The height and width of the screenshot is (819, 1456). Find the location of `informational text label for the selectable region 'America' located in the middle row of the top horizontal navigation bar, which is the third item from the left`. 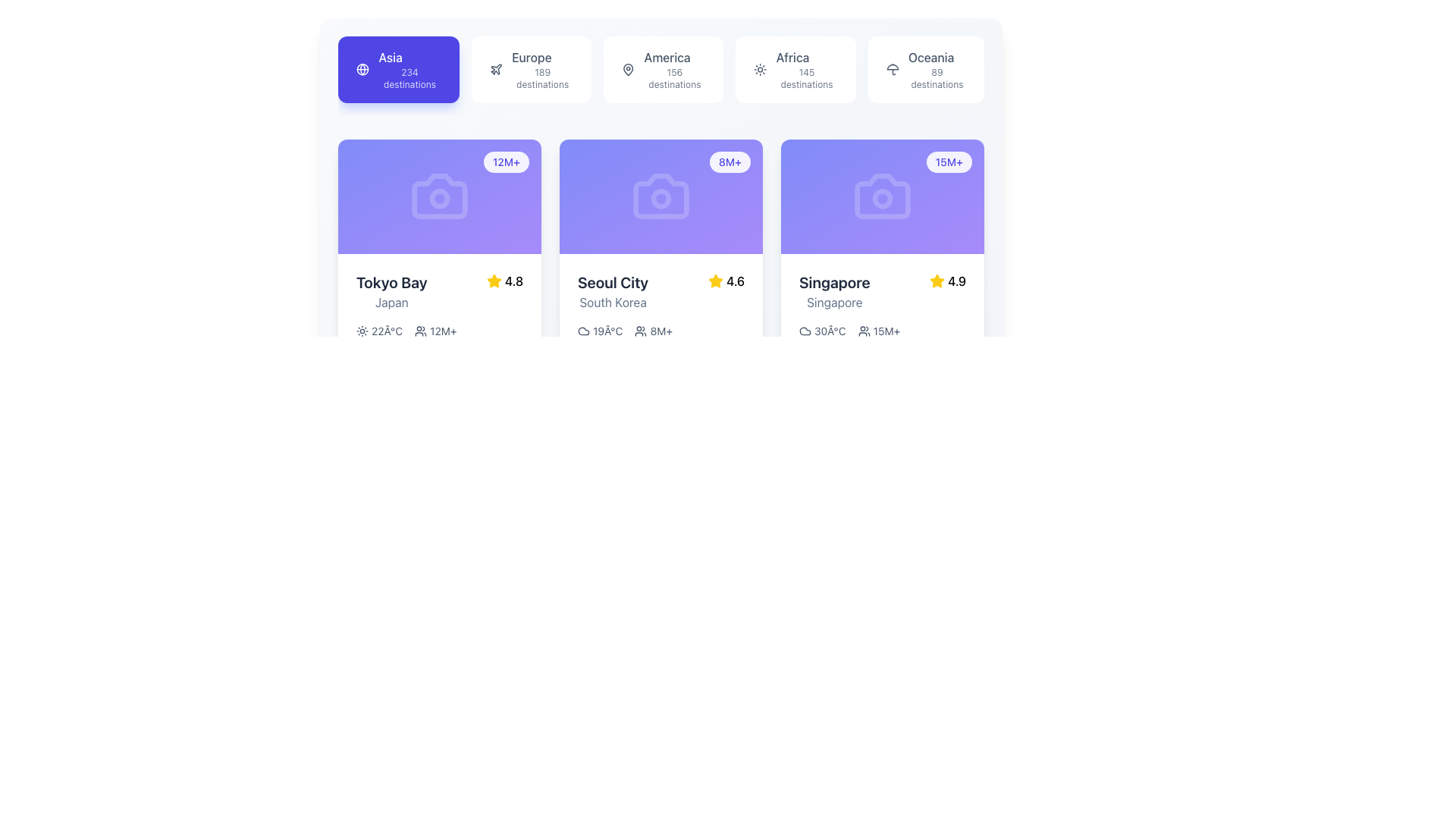

informational text label for the selectable region 'America' located in the middle row of the top horizontal navigation bar, which is the third item from the left is located at coordinates (673, 70).